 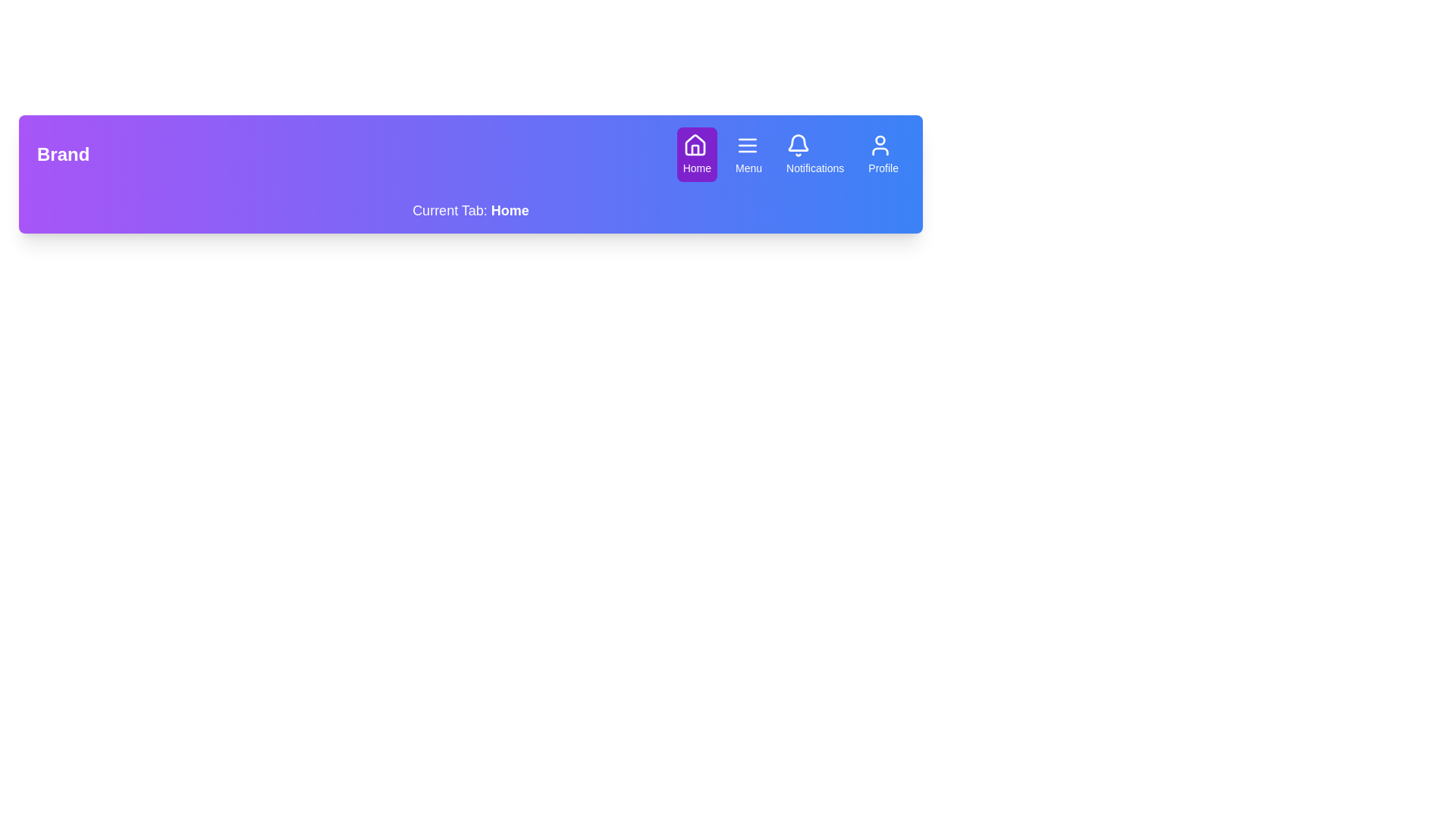 What do you see at coordinates (883, 155) in the screenshot?
I see `the 'Profile' button, which features a user icon and is located on the rightmost side of the horizontal navigation bar` at bounding box center [883, 155].